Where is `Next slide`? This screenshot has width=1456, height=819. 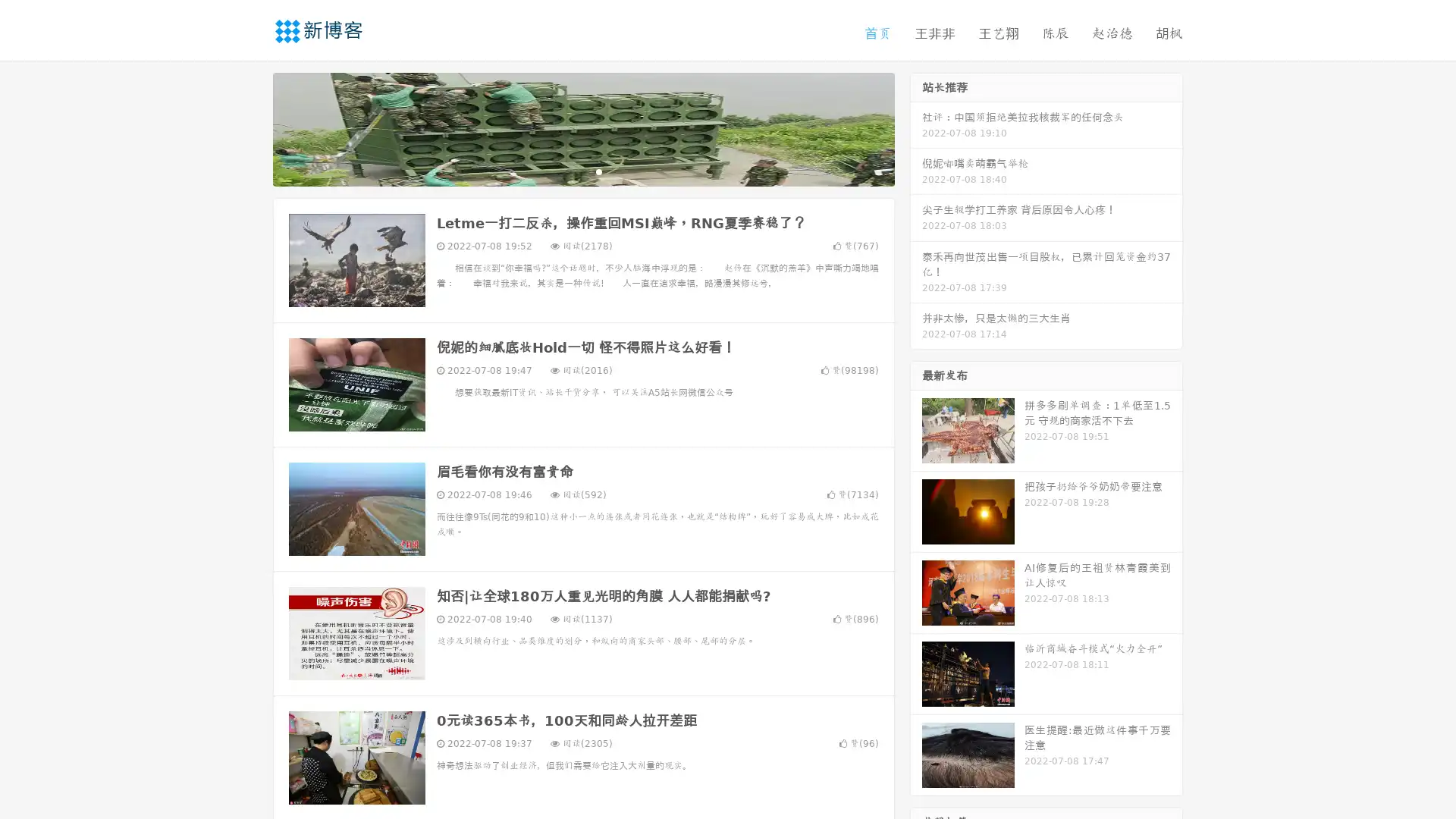
Next slide is located at coordinates (916, 127).